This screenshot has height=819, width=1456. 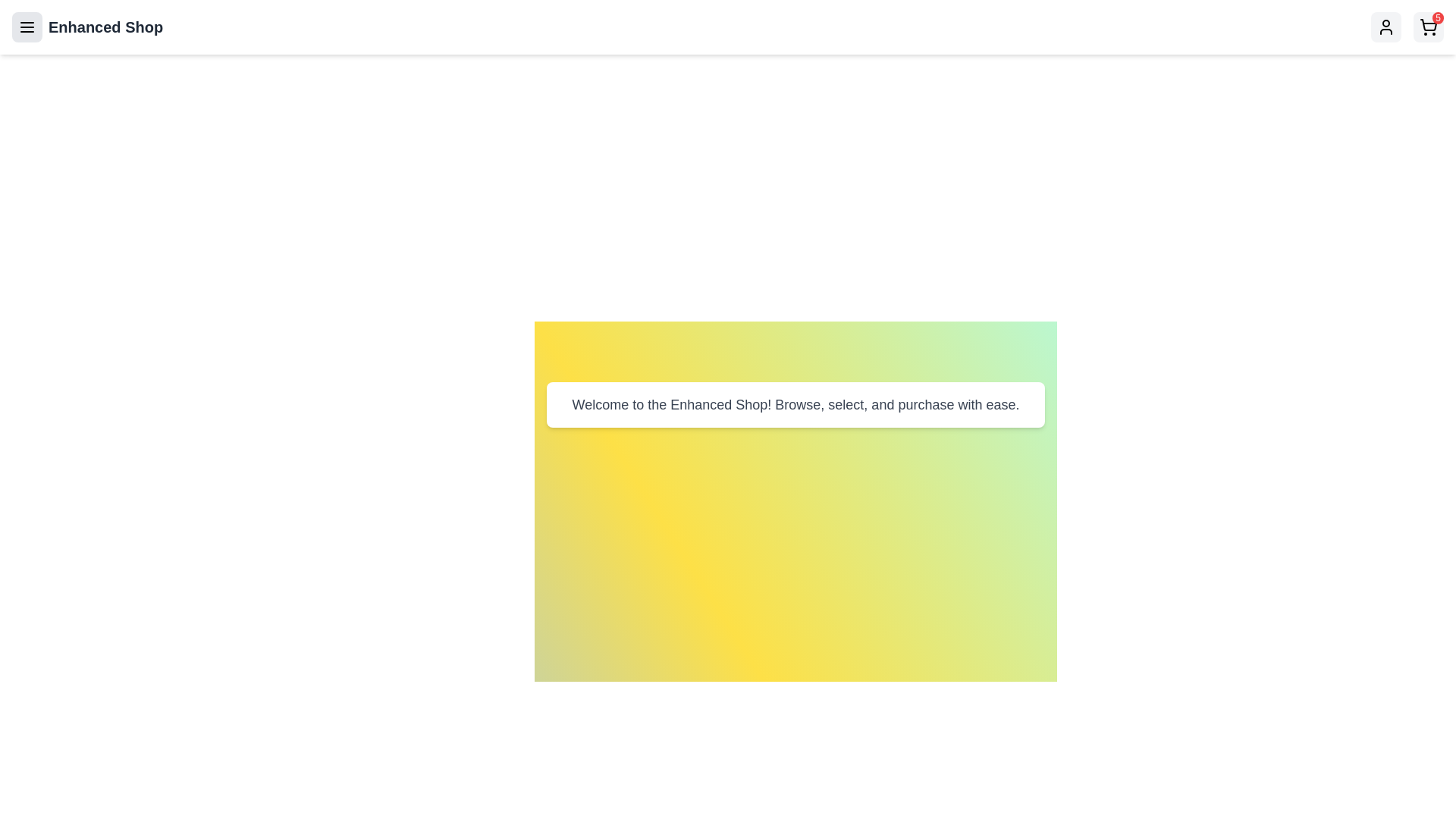 I want to click on the Profile icon to toggle the user profile menu, so click(x=1386, y=27).